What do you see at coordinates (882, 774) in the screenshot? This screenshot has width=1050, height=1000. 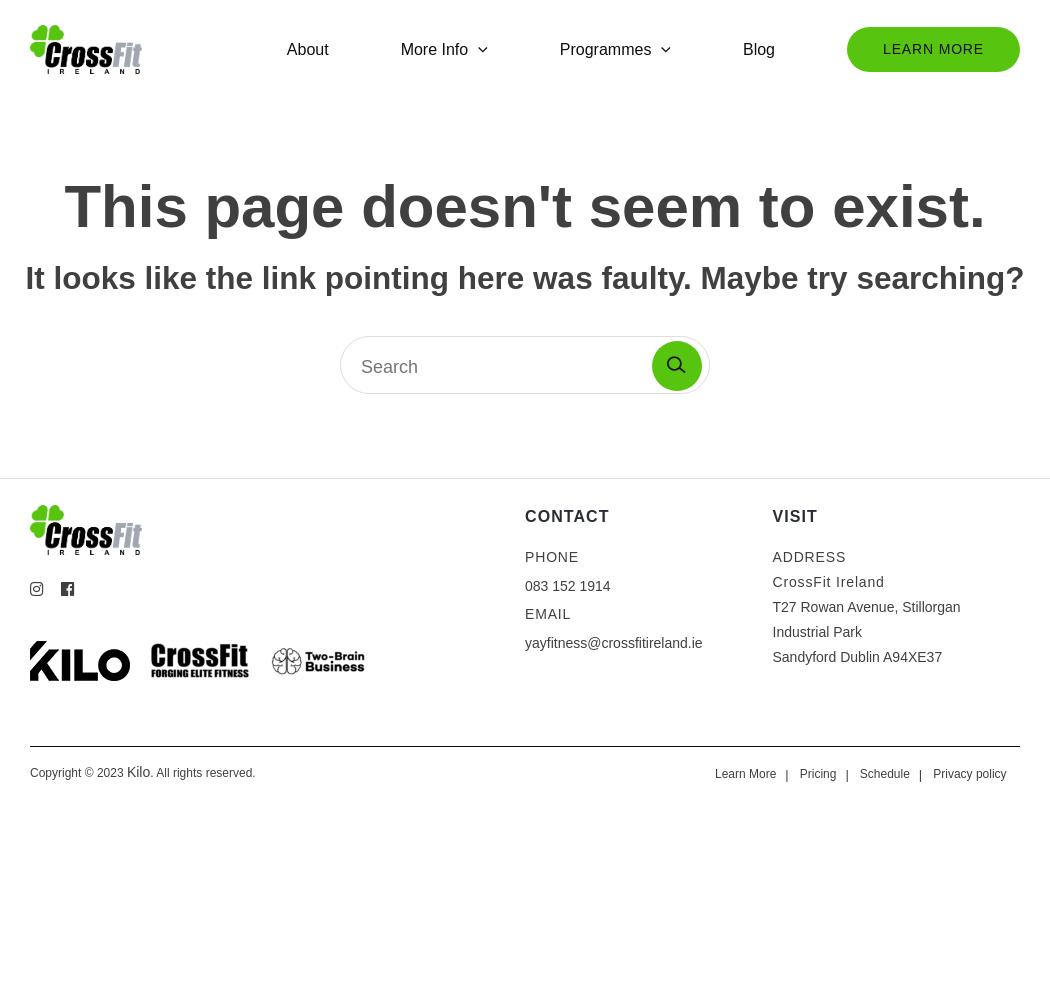 I see `'Schedule'` at bounding box center [882, 774].